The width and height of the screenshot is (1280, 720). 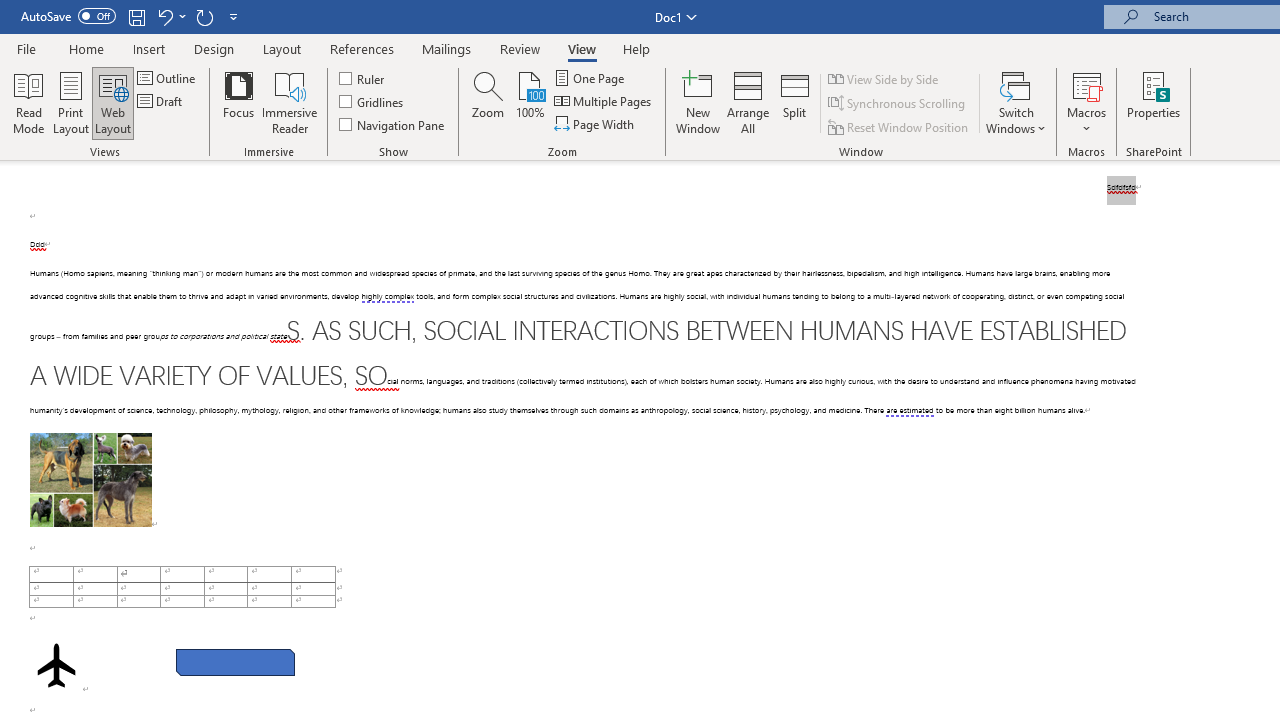 What do you see at coordinates (603, 101) in the screenshot?
I see `'Multiple Pages'` at bounding box center [603, 101].